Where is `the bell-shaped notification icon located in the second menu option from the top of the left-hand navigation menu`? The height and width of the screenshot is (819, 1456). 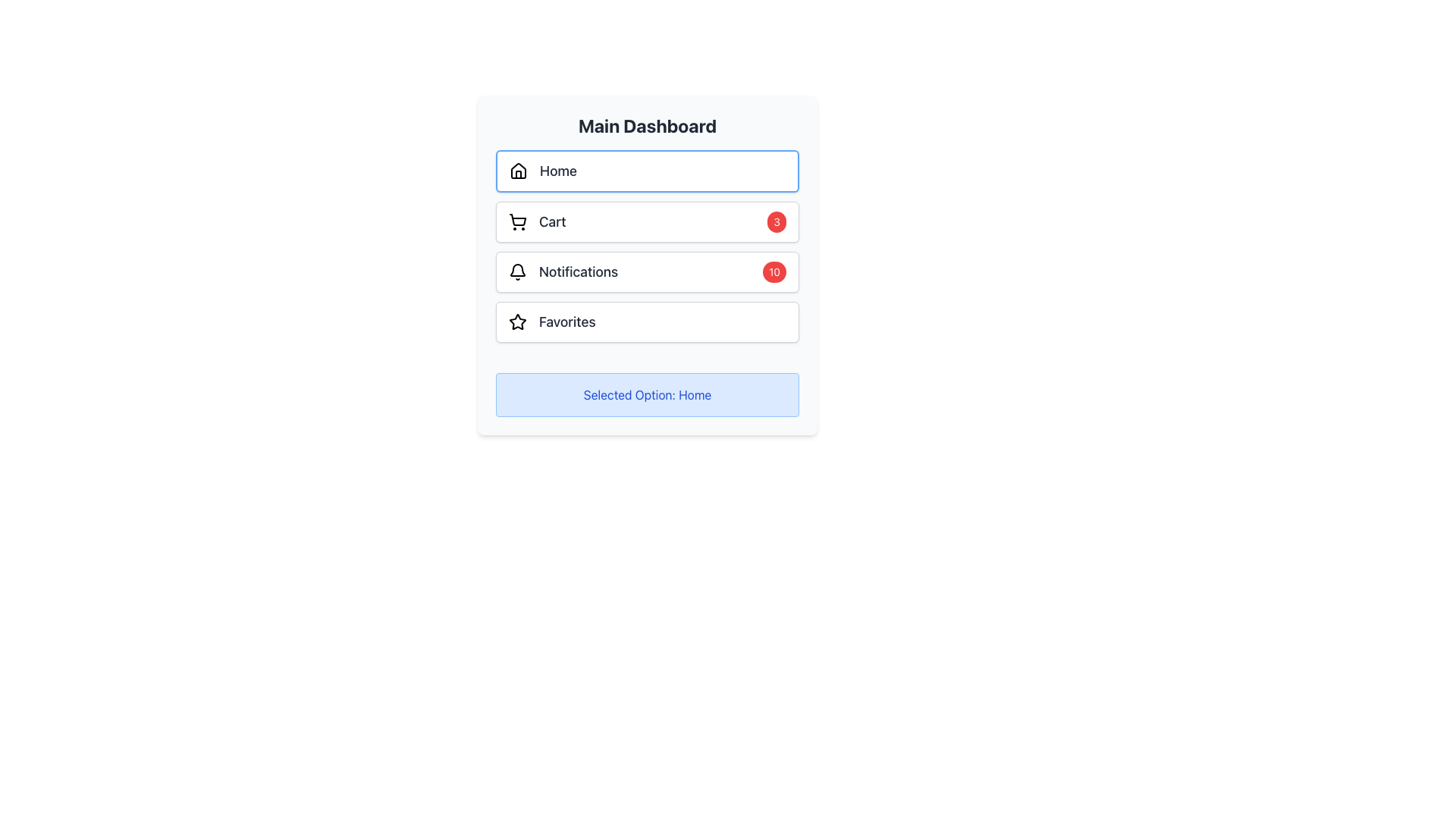 the bell-shaped notification icon located in the second menu option from the top of the left-hand navigation menu is located at coordinates (517, 271).